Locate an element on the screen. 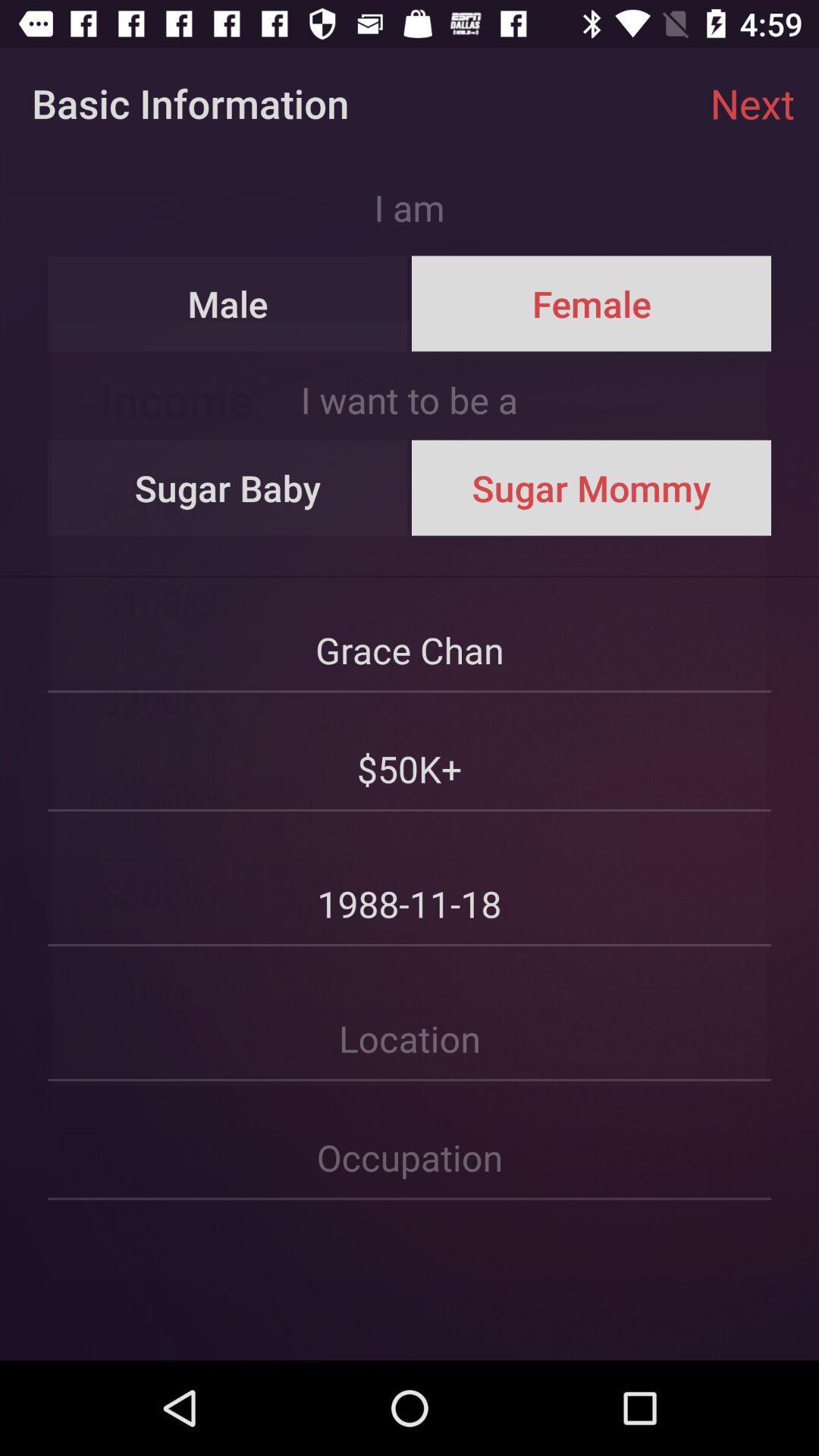 Image resolution: width=819 pixels, height=1456 pixels. female is located at coordinates (590, 303).